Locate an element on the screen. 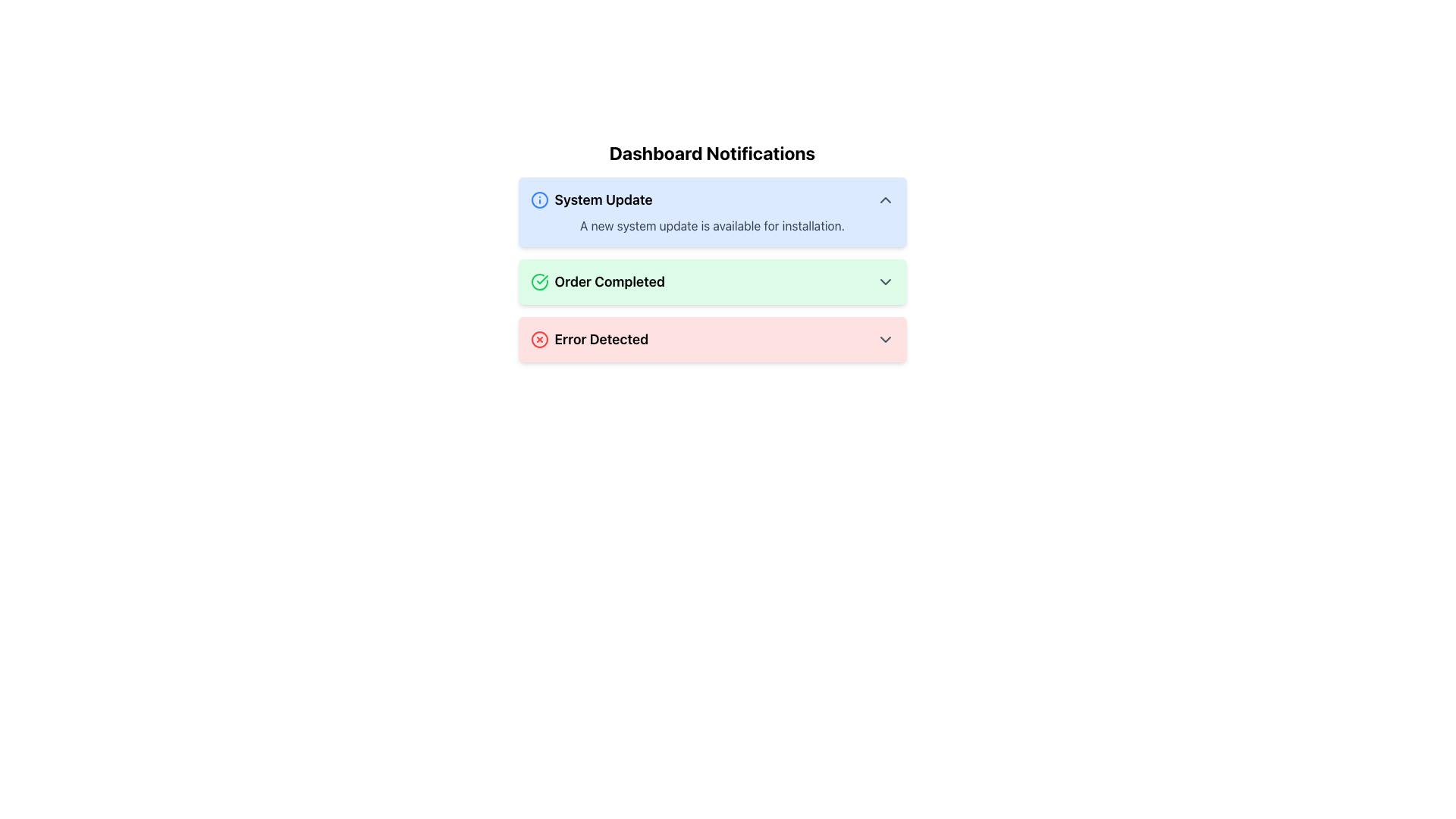 The image size is (1456, 819). the chevron icon button on the right side of the 'System Update' notification is located at coordinates (885, 199).